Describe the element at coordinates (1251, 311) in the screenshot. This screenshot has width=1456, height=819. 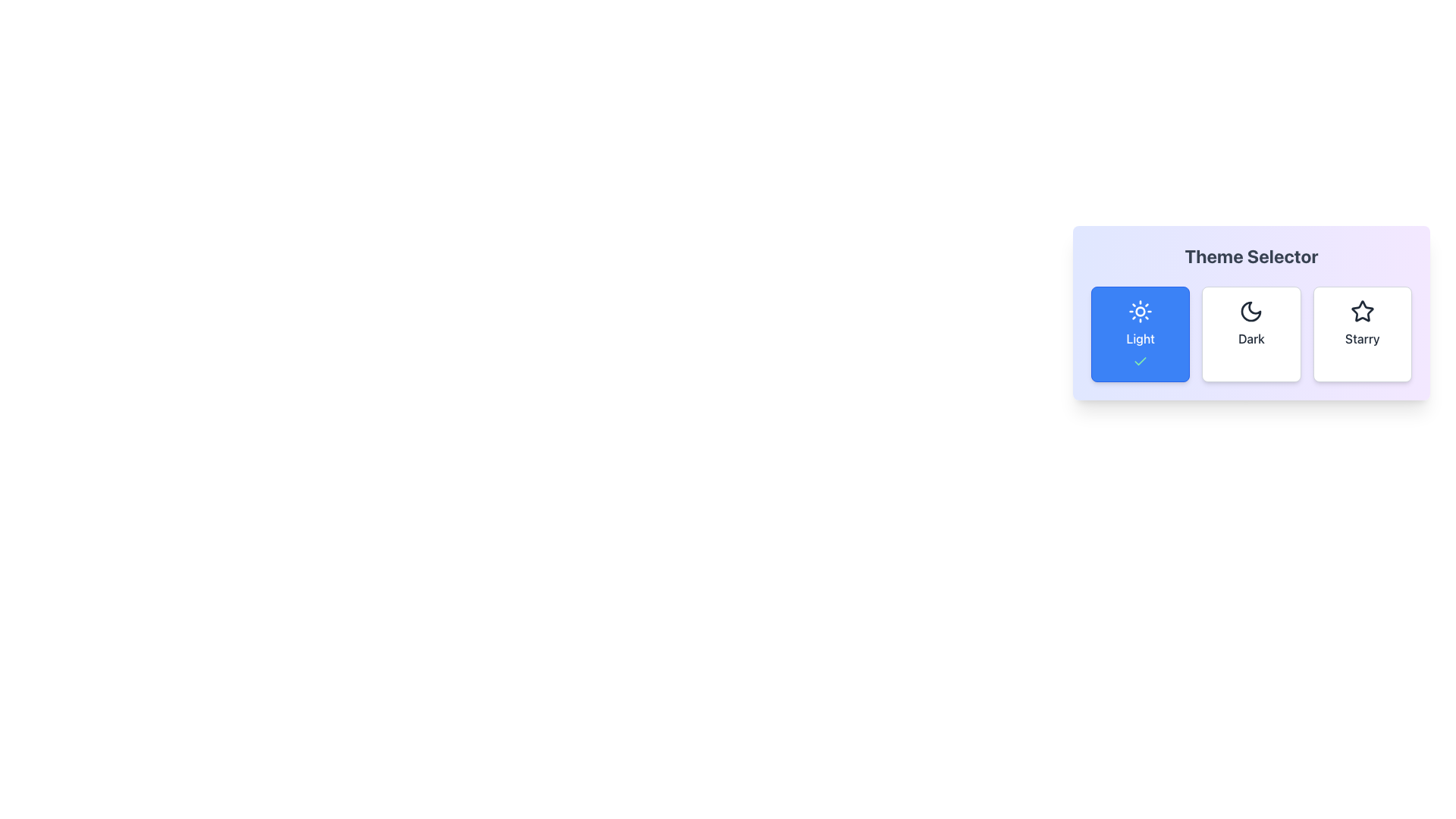
I see `the crescent moon icon within the 'Theme Selector'` at that location.